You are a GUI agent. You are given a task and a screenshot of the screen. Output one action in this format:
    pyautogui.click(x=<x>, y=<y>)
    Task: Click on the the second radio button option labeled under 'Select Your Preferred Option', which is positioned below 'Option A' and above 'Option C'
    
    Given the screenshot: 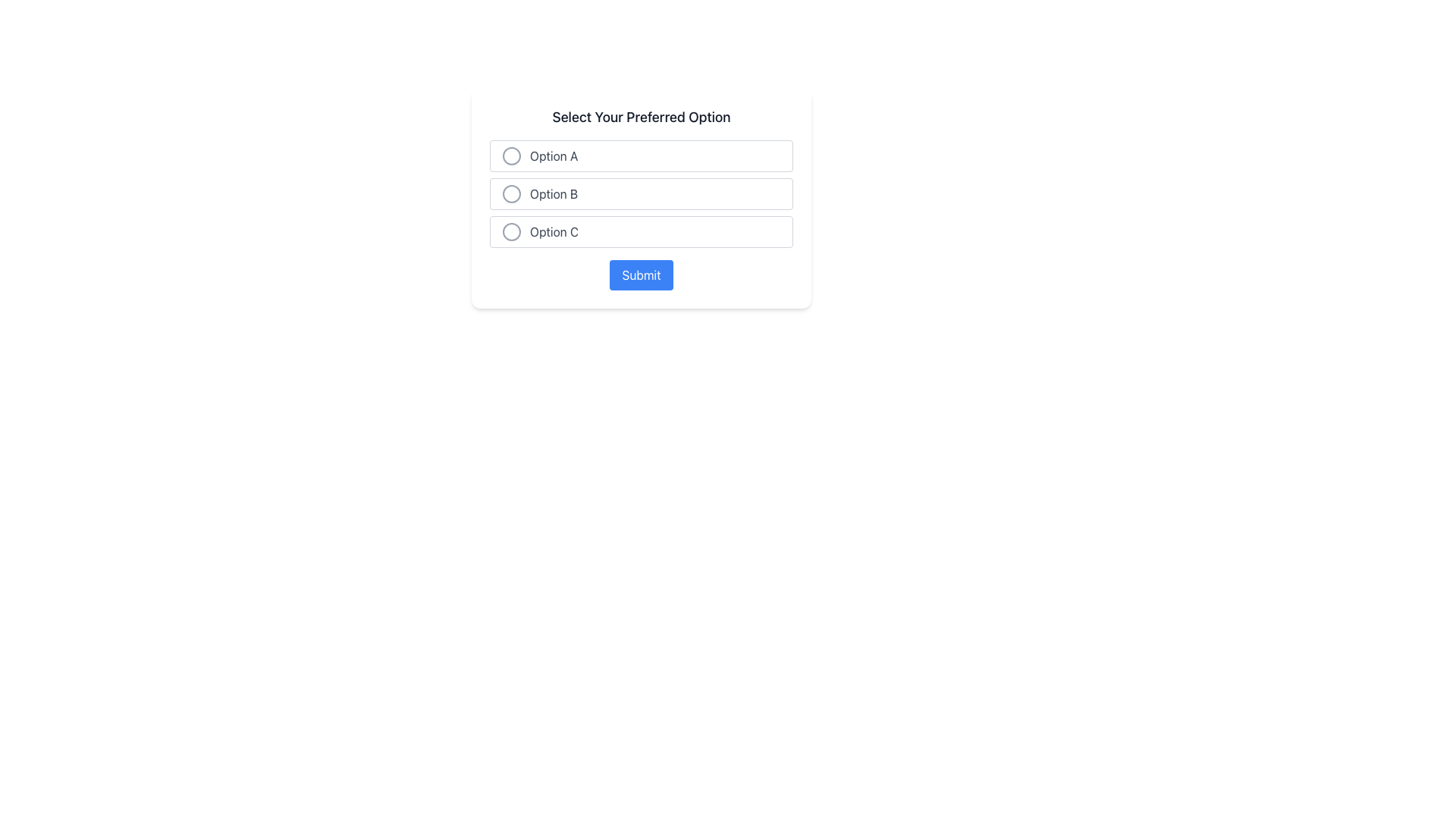 What is the action you would take?
    pyautogui.click(x=641, y=193)
    